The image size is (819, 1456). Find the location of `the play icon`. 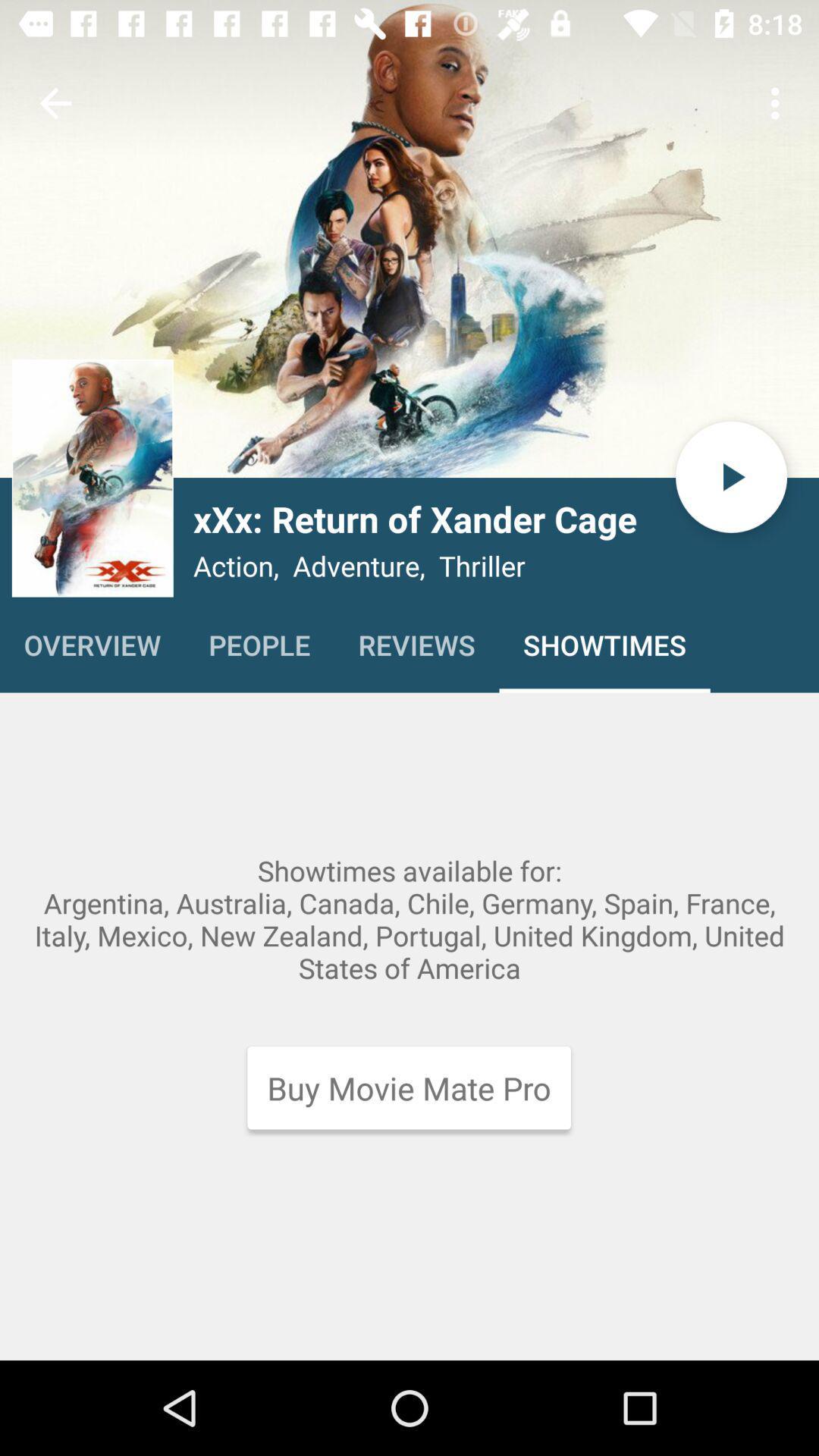

the play icon is located at coordinates (730, 476).